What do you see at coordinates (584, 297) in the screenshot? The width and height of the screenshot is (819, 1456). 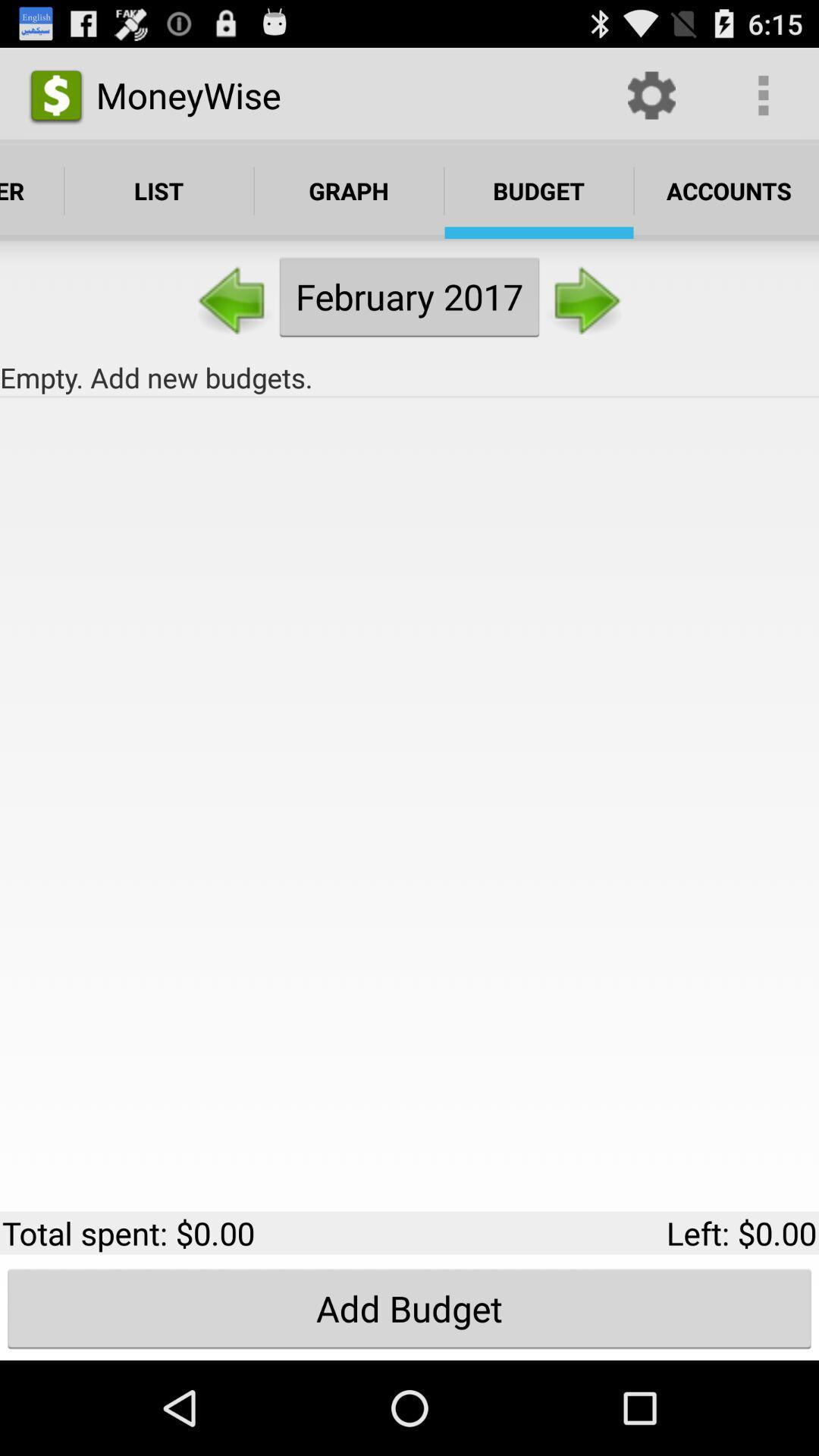 I see `icon below budget item` at bounding box center [584, 297].